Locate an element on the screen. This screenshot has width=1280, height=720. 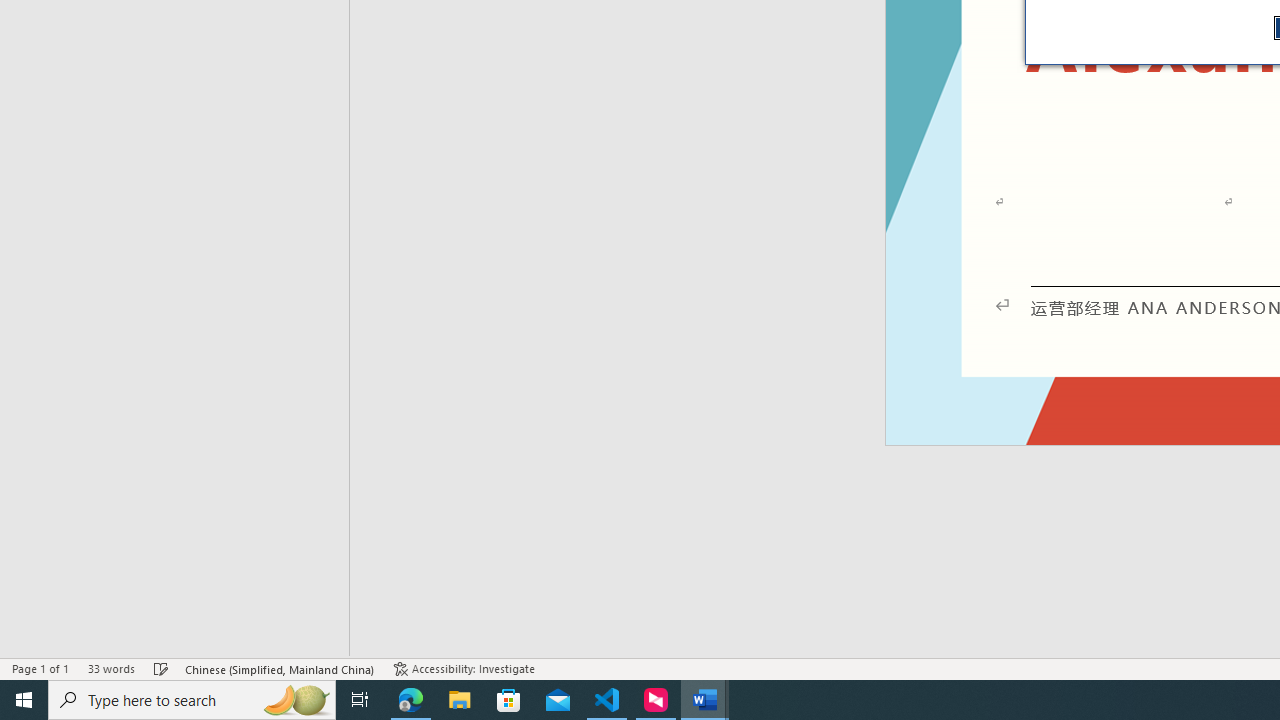
'Visual Studio Code - 1 running window' is located at coordinates (606, 698).